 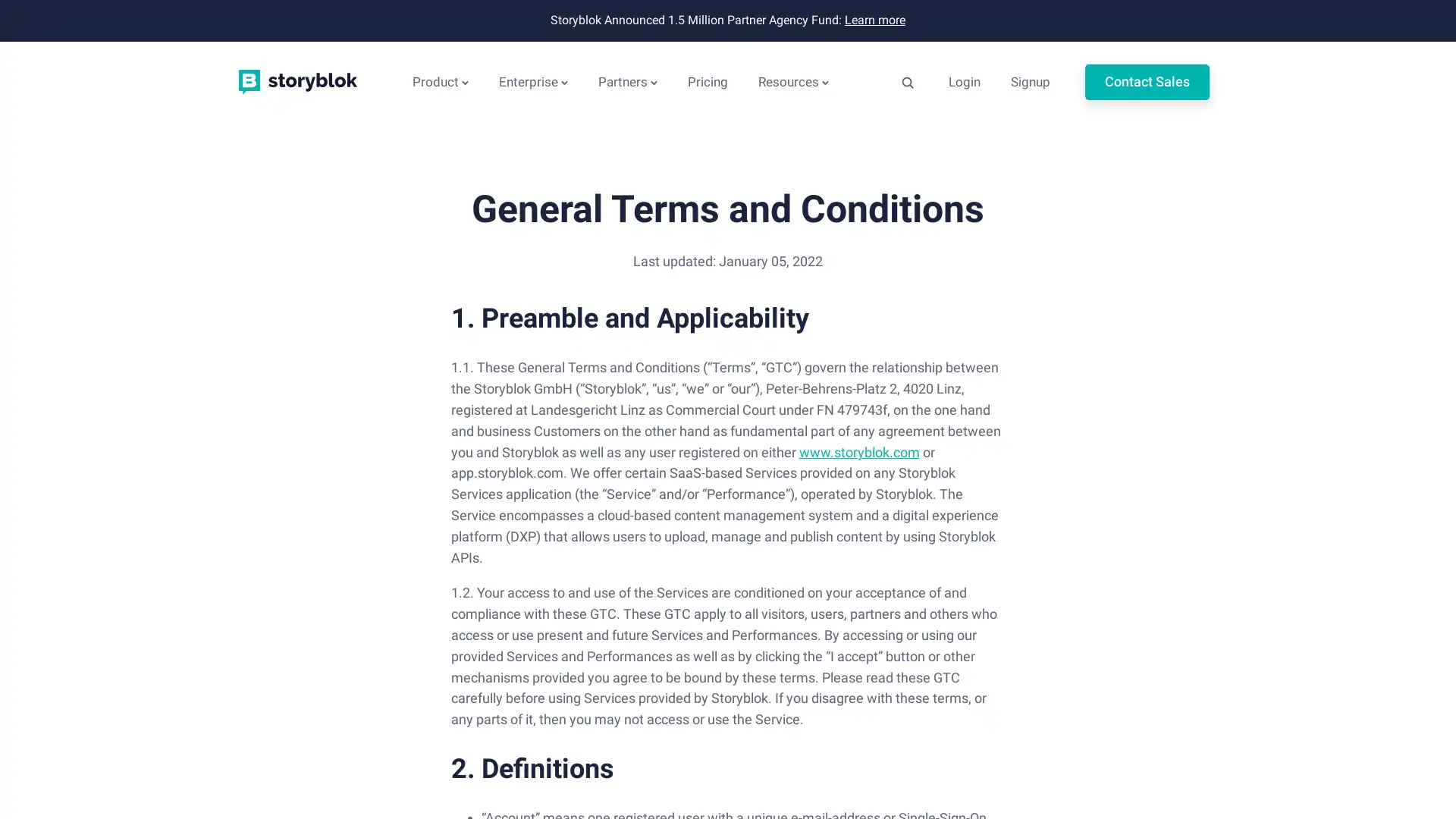 I want to click on Partners, so click(x=628, y=82).